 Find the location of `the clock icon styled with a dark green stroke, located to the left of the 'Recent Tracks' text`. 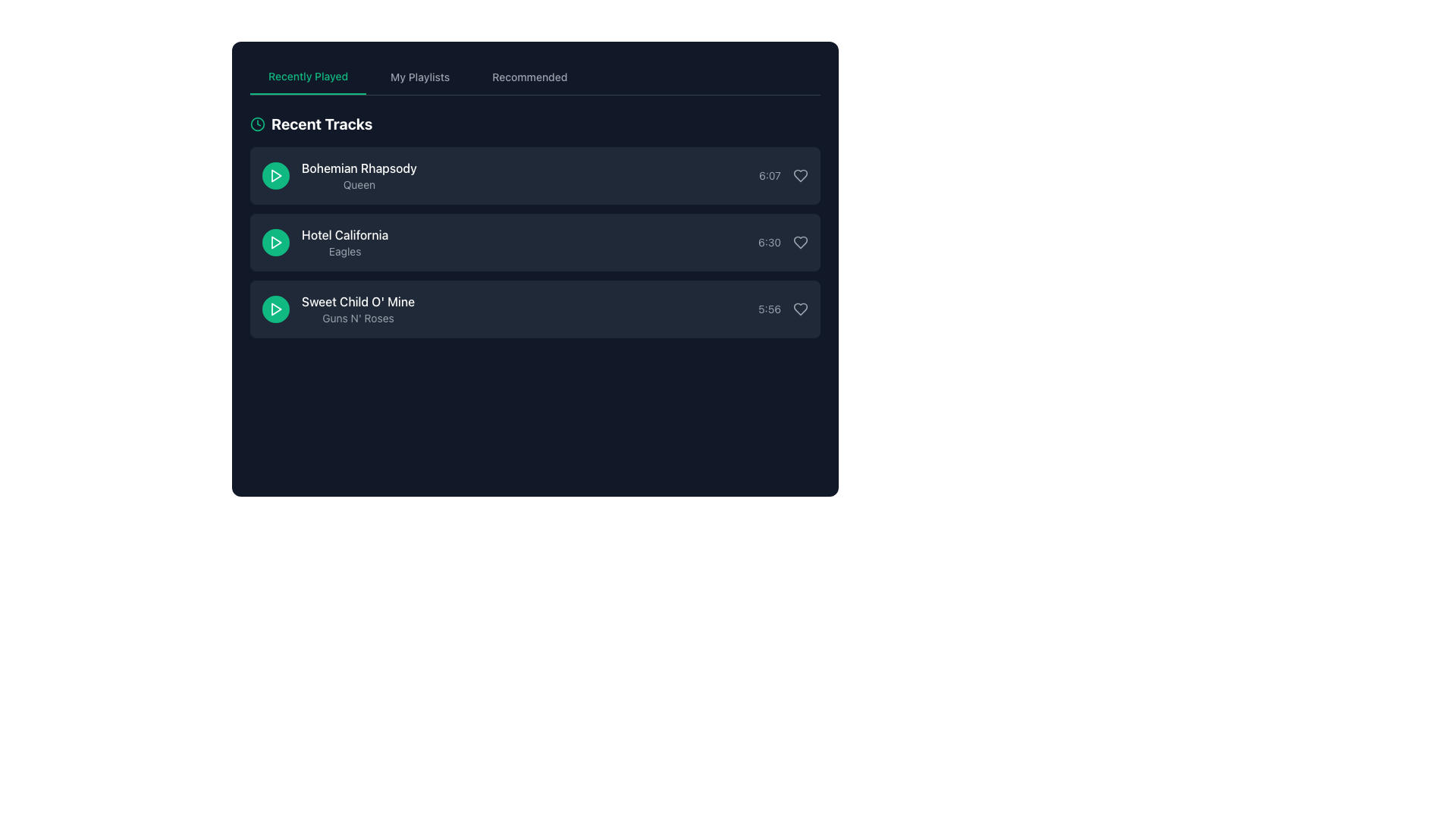

the clock icon styled with a dark green stroke, located to the left of the 'Recent Tracks' text is located at coordinates (258, 124).